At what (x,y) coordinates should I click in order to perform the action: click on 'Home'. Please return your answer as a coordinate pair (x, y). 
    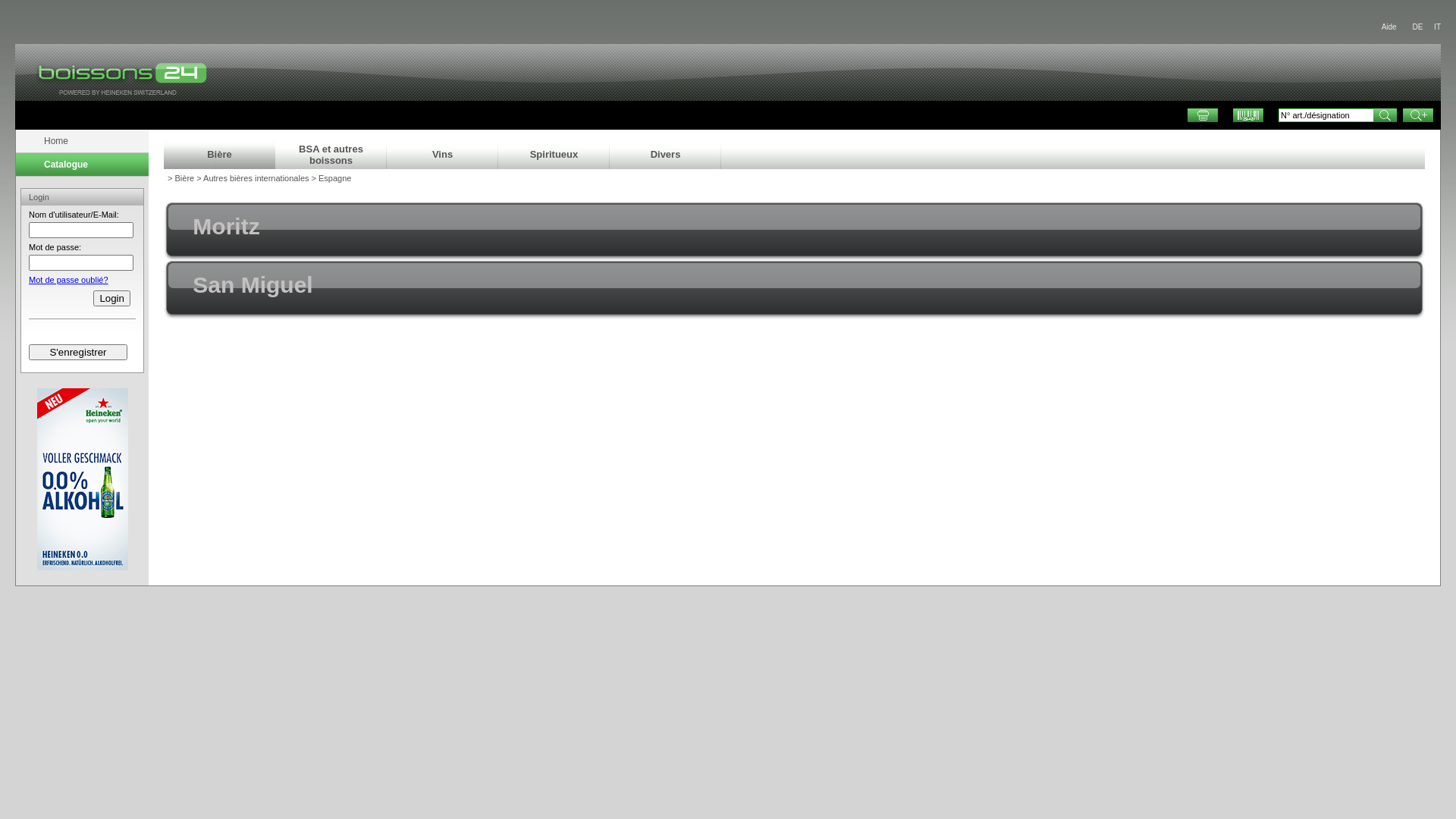
    Looking at the image, I should click on (81, 140).